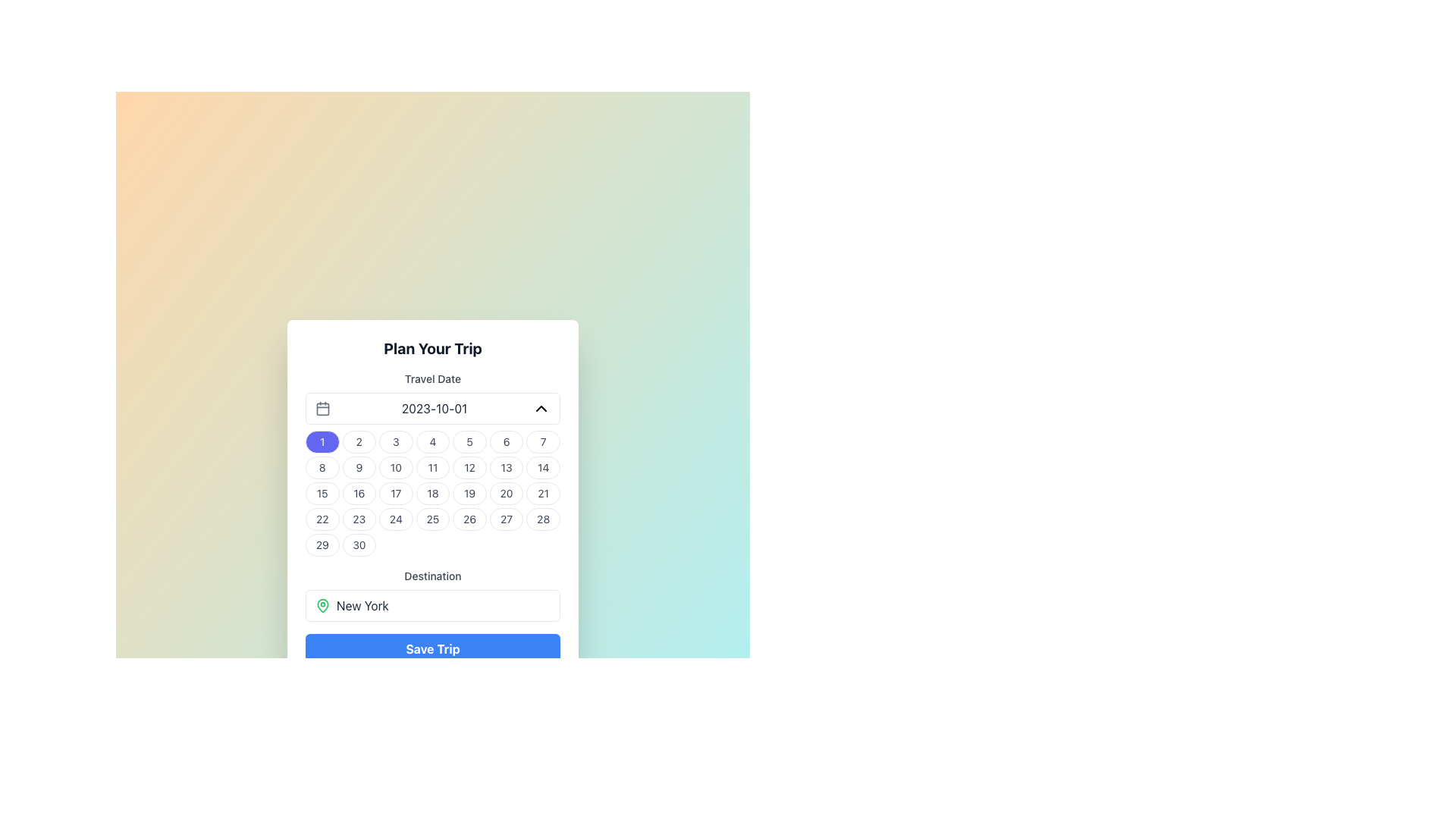 The height and width of the screenshot is (819, 1456). What do you see at coordinates (469, 441) in the screenshot?
I see `the circular button labeled '5' located in the first row and fifth column of the calendar interface below the 'Travel Date' section` at bounding box center [469, 441].